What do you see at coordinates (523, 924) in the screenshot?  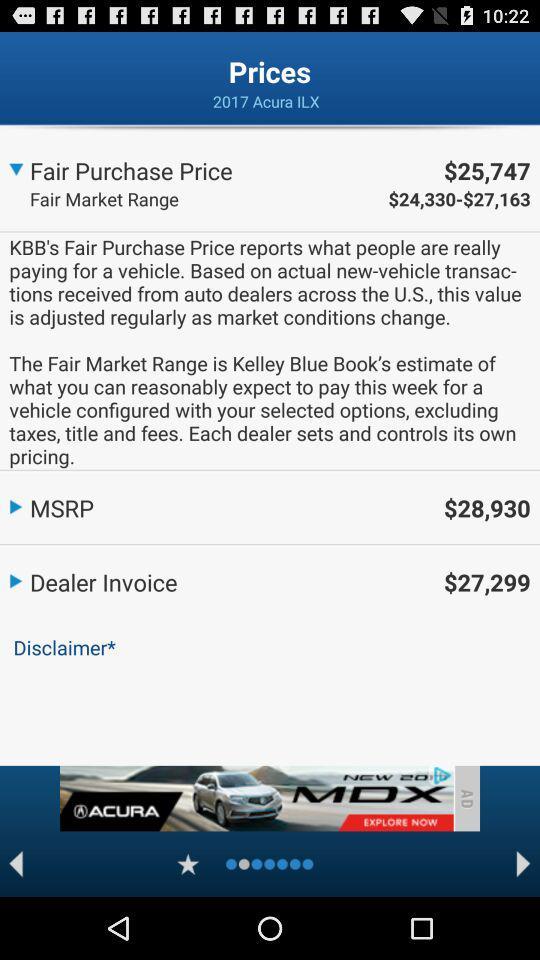 I see `the play icon` at bounding box center [523, 924].